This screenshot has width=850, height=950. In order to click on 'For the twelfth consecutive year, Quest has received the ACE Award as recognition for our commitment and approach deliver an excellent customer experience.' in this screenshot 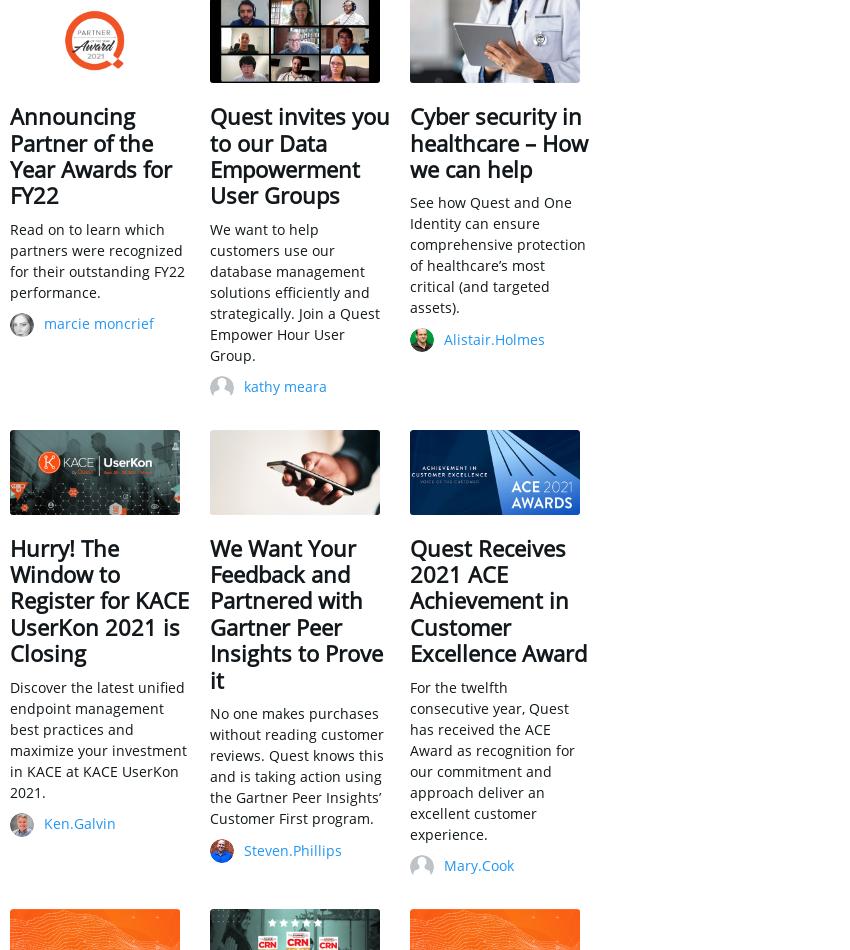, I will do `click(492, 759)`.